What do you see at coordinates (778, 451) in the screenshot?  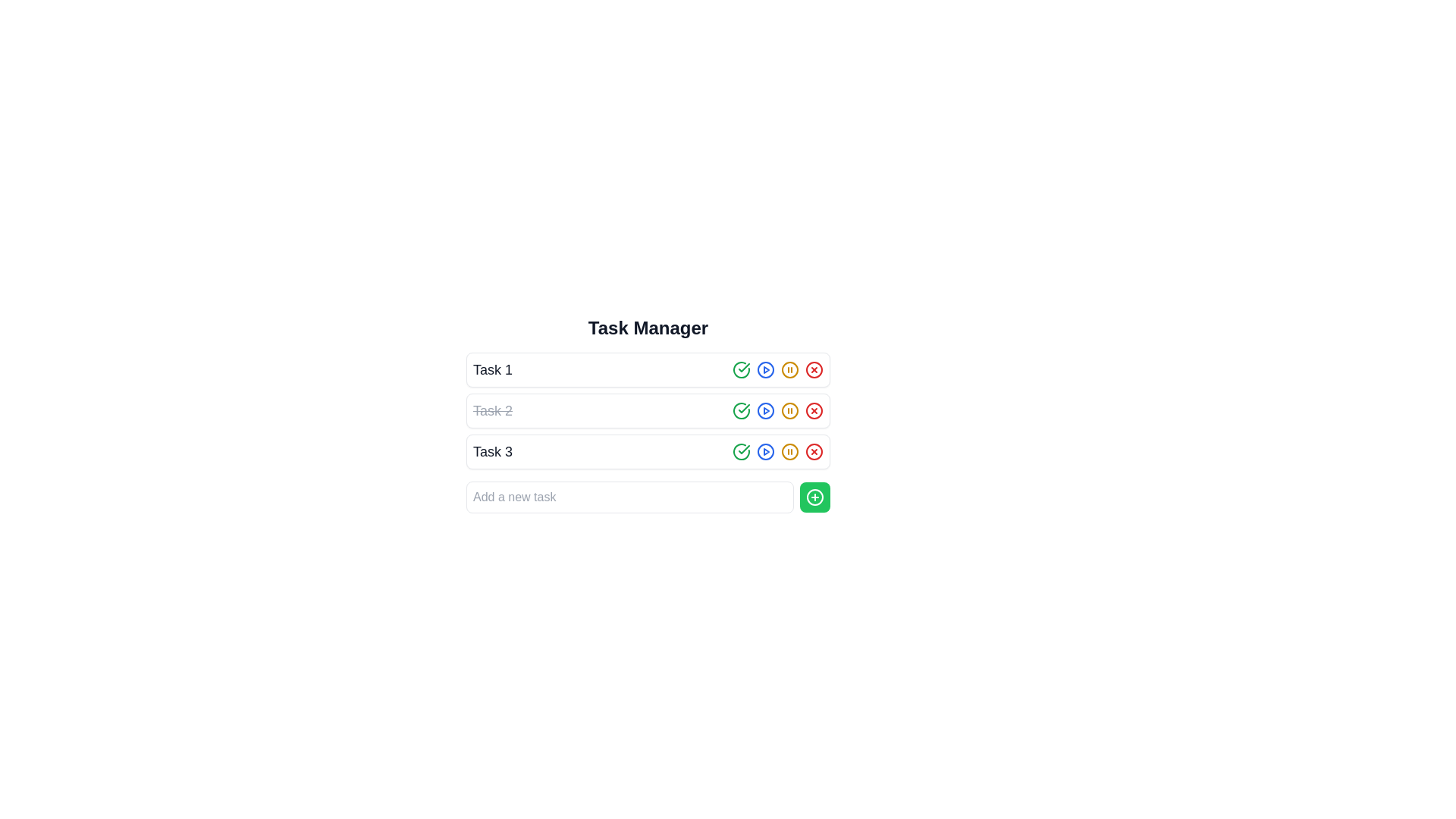 I see `the green checkmark button located in the button group to the right of the 'Task 3' label to mark the task as complete` at bounding box center [778, 451].